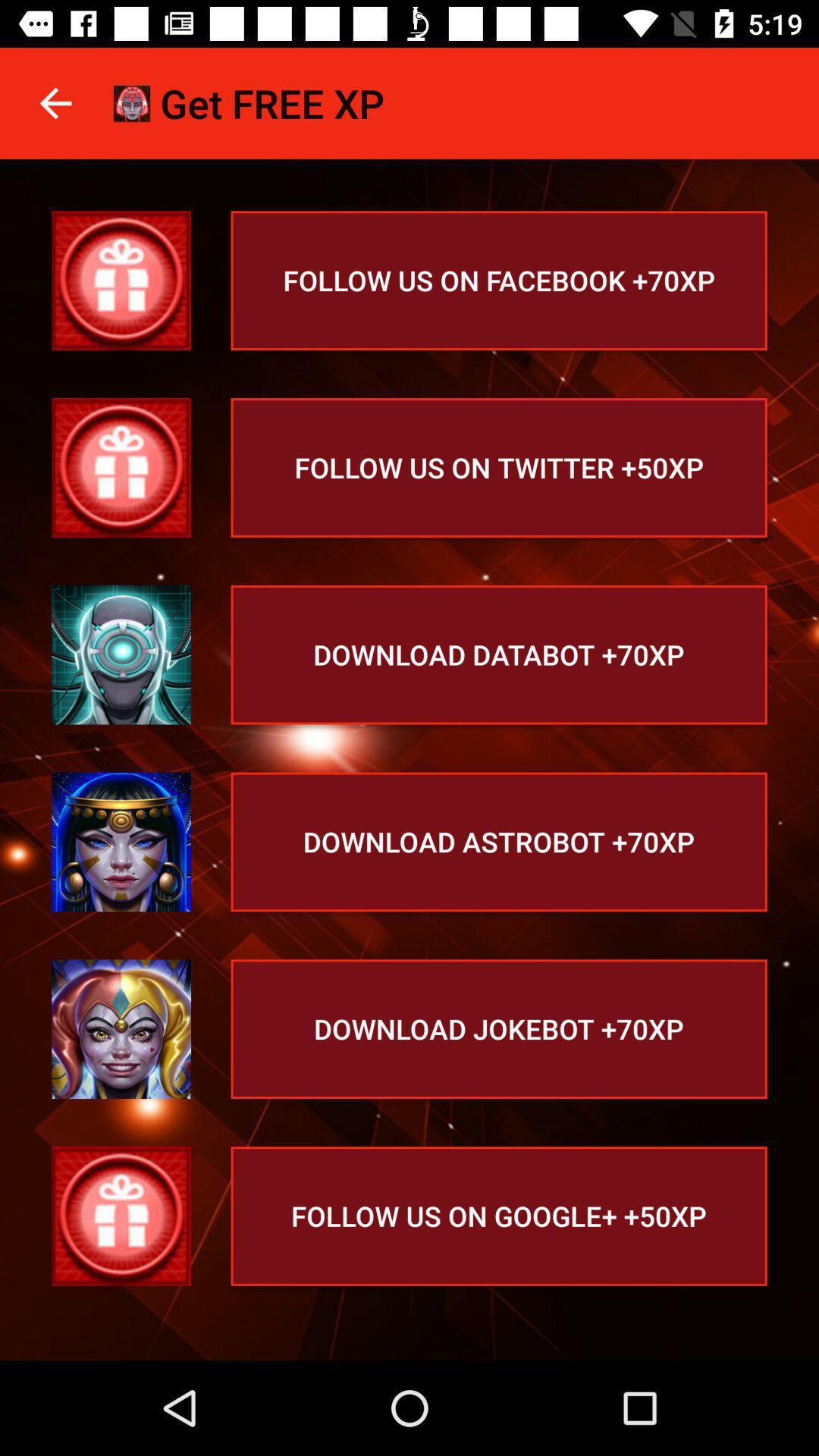 This screenshot has height=1456, width=819. I want to click on this is your avatar which lets people see who you want them to see, so click(121, 1029).